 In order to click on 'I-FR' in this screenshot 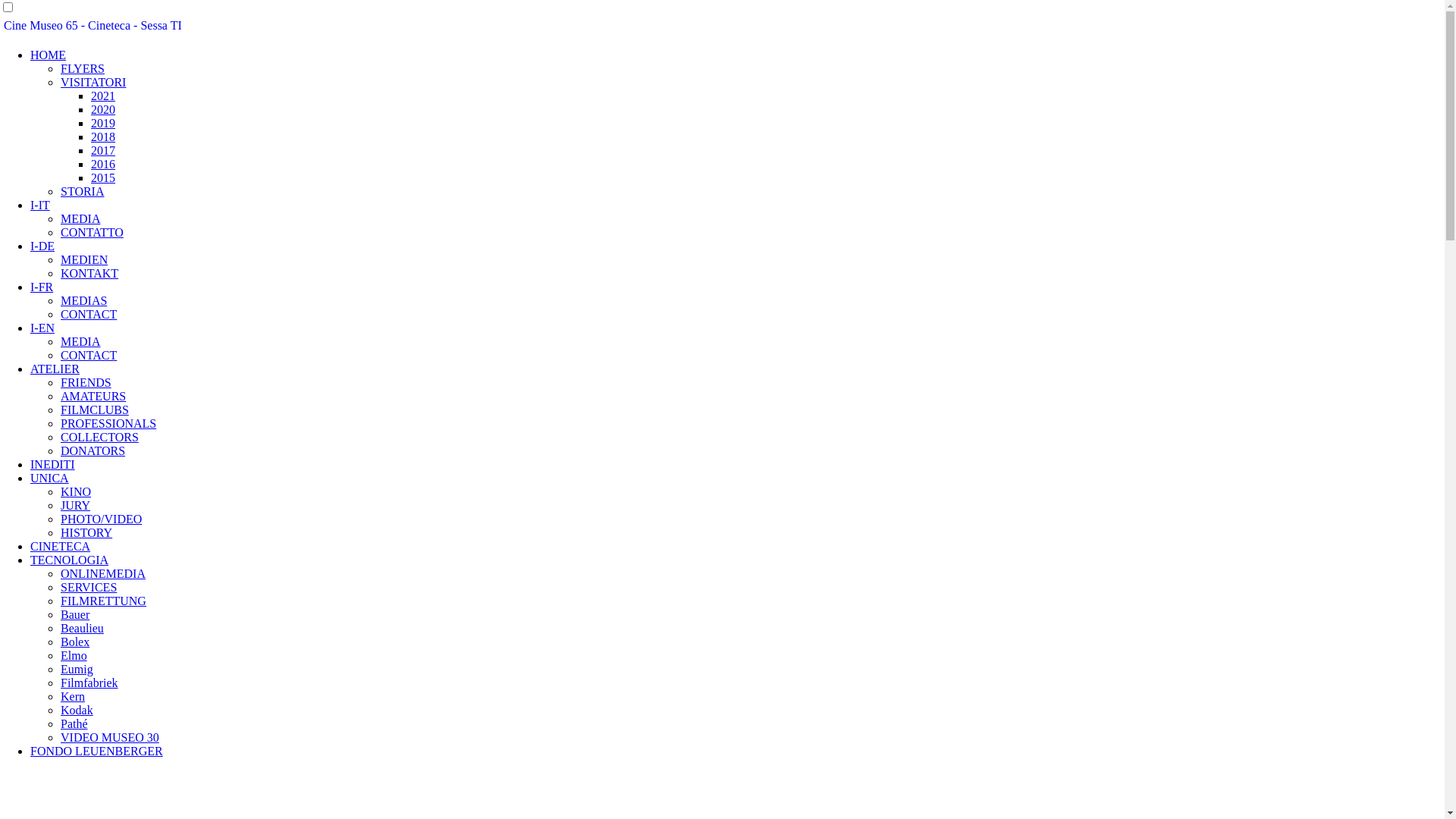, I will do `click(41, 287)`.